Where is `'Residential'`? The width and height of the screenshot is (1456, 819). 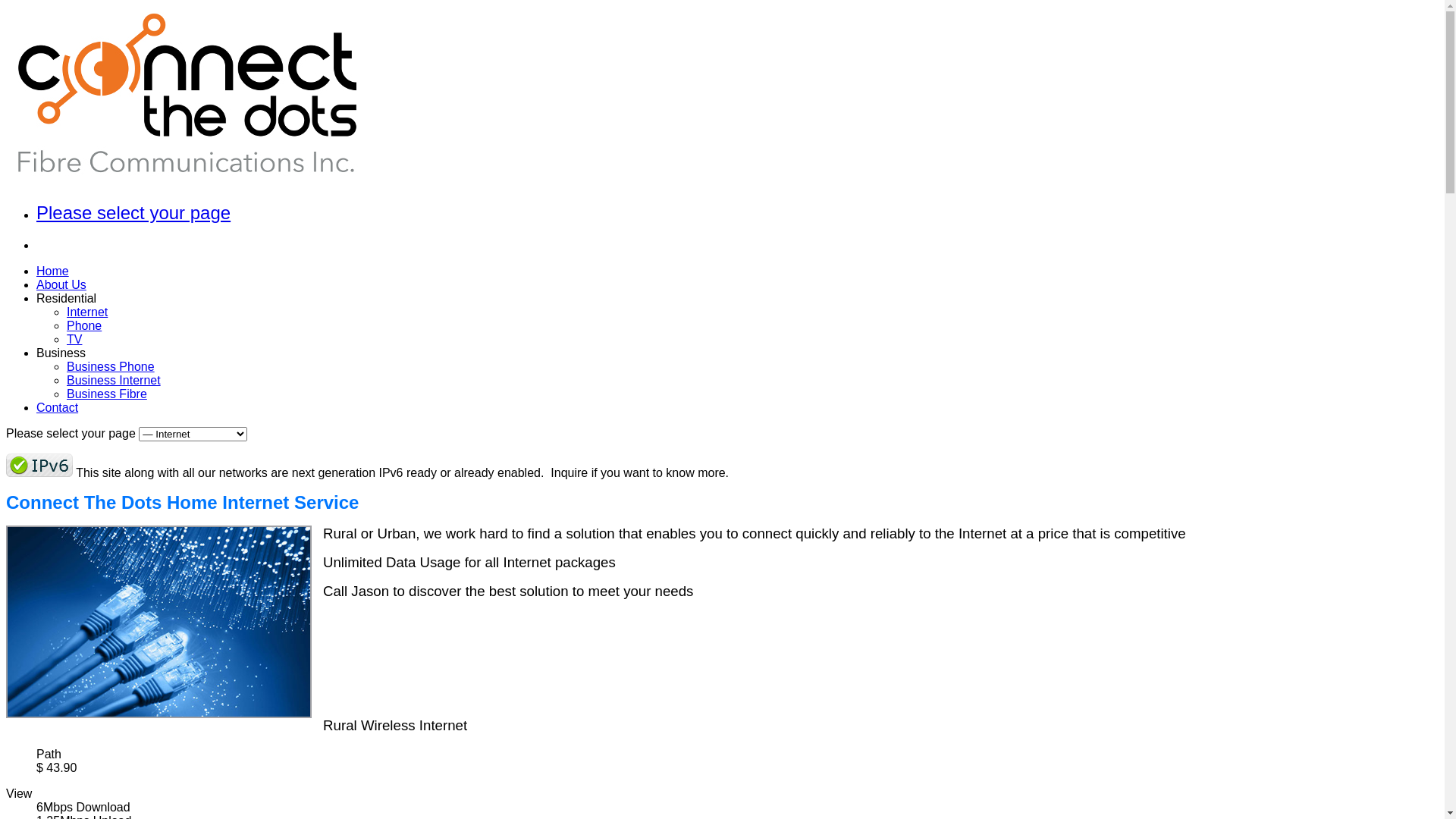 'Residential' is located at coordinates (36, 298).